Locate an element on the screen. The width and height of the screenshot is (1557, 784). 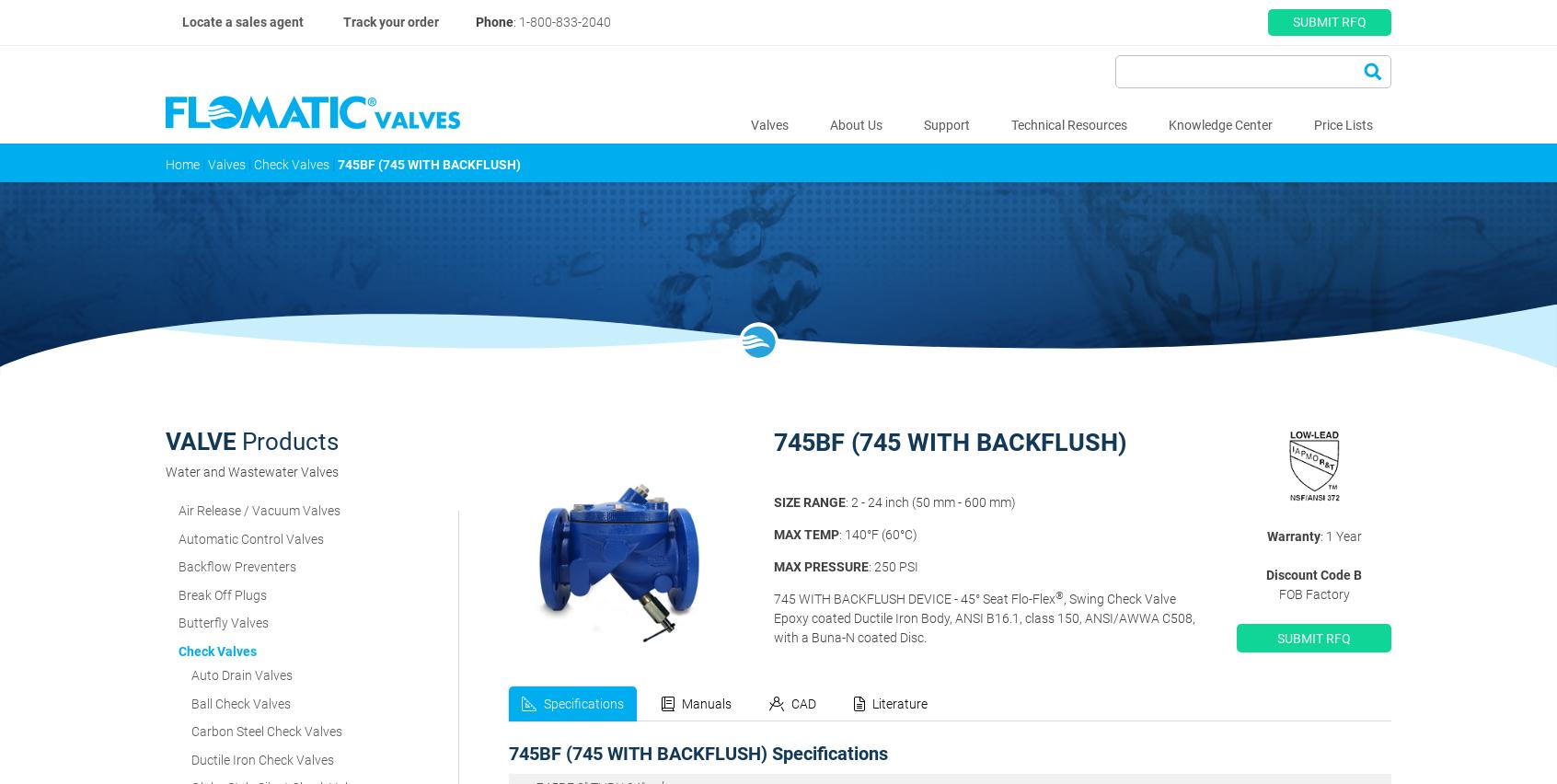
'Quarter Turn Ball Valves' is located at coordinates (177, 687).